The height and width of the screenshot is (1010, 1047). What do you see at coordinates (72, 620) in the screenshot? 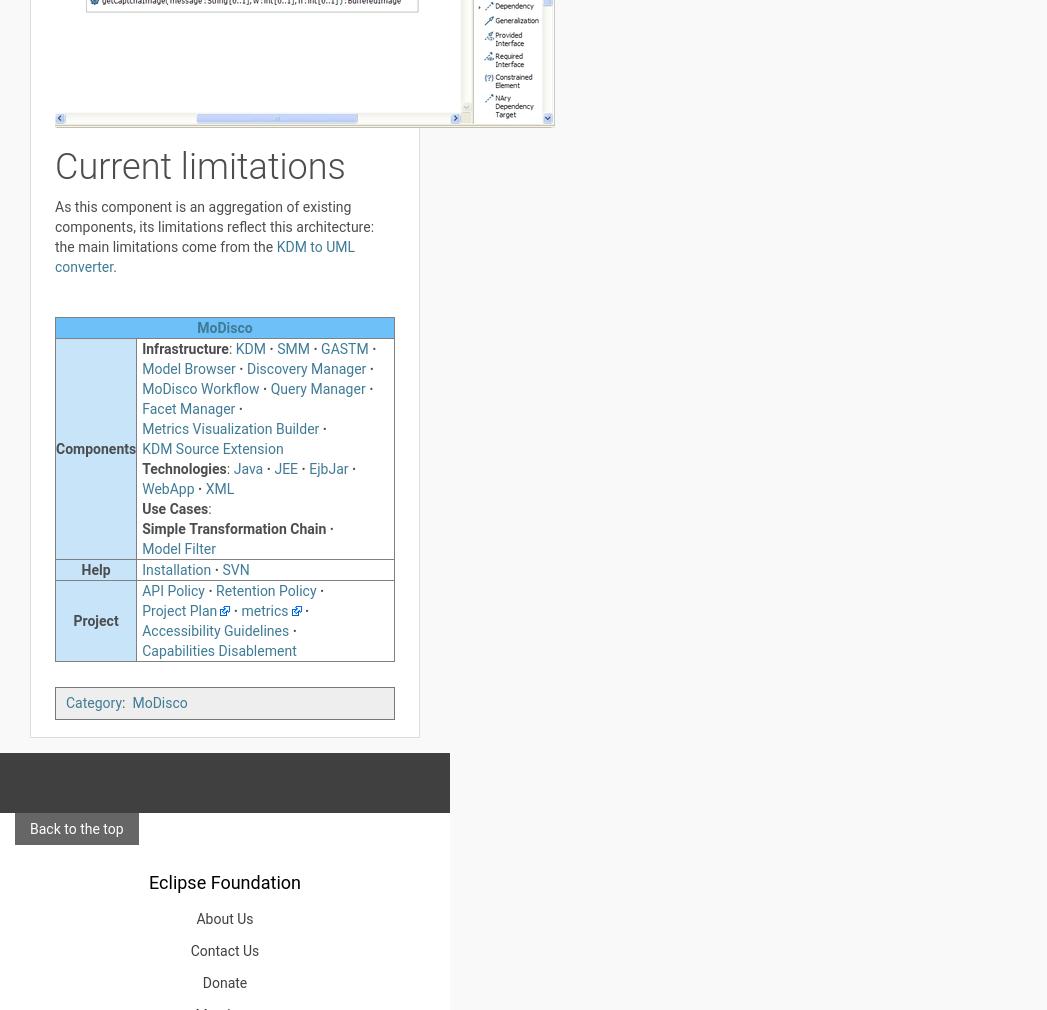
I see `'Project'` at bounding box center [72, 620].